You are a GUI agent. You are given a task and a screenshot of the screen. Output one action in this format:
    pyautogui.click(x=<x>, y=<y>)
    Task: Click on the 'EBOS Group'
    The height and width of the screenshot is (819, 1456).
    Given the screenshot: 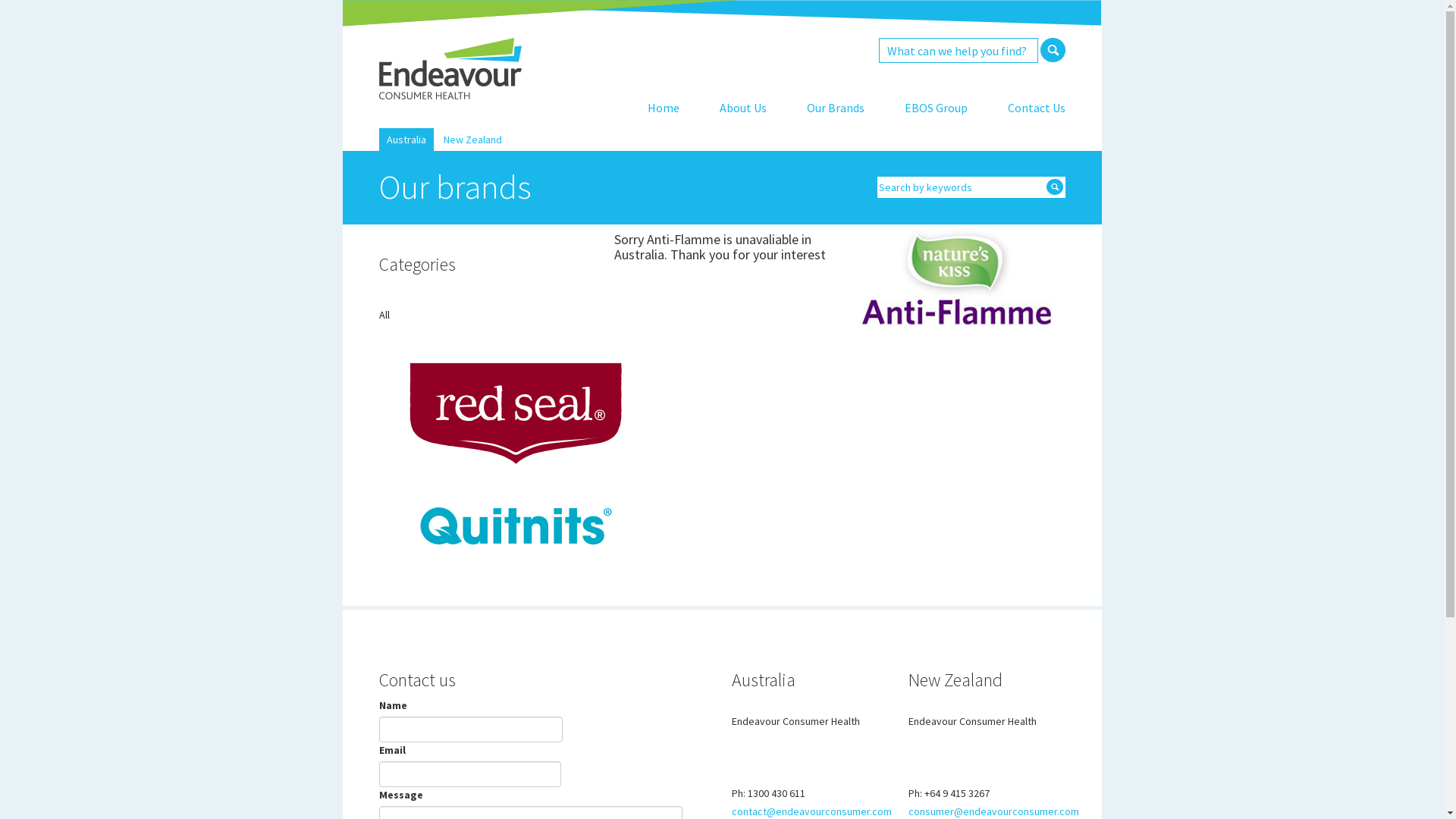 What is the action you would take?
    pyautogui.click(x=935, y=107)
    